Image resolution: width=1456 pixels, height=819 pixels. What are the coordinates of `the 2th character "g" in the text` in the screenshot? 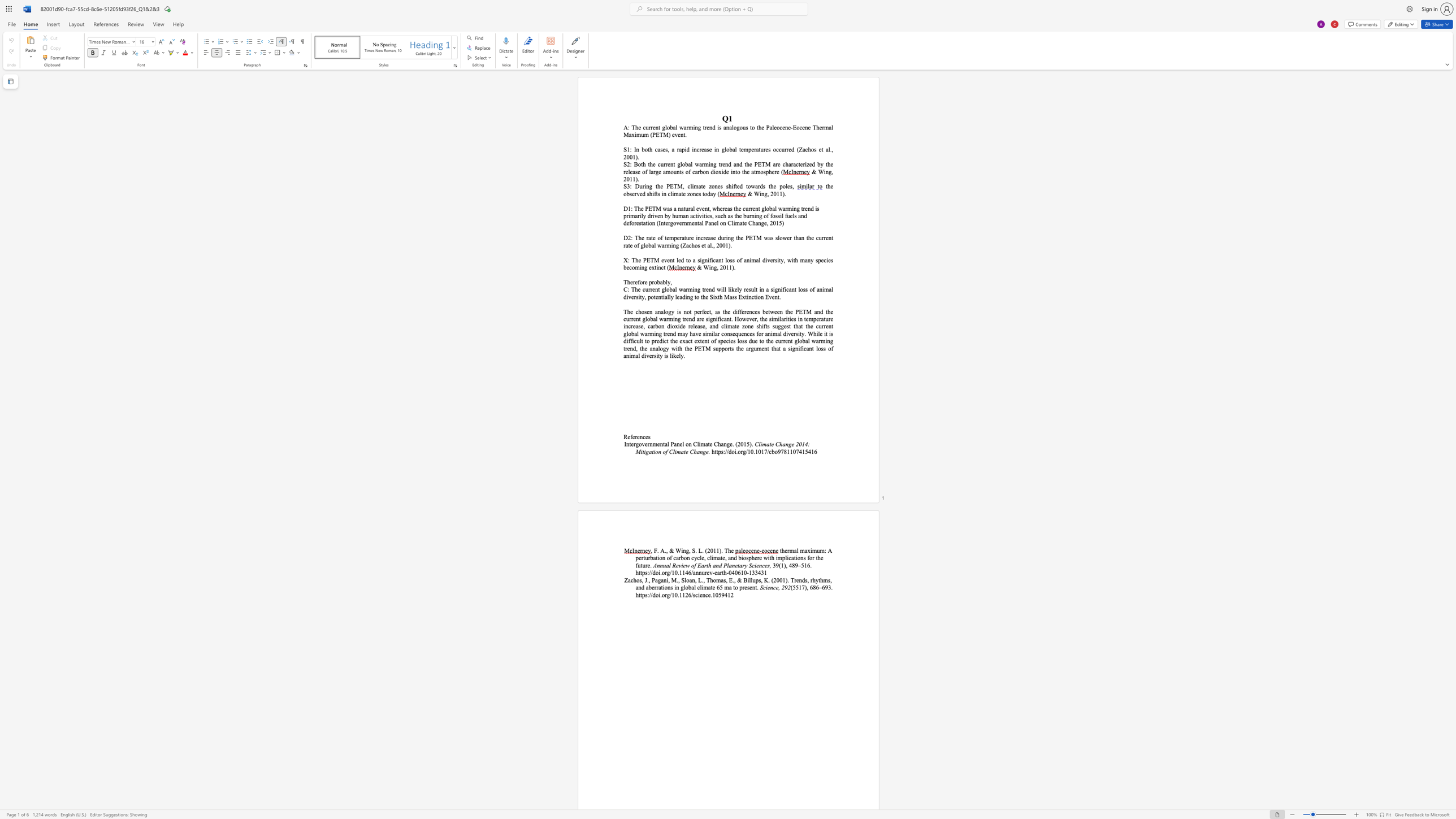 It's located at (699, 127).